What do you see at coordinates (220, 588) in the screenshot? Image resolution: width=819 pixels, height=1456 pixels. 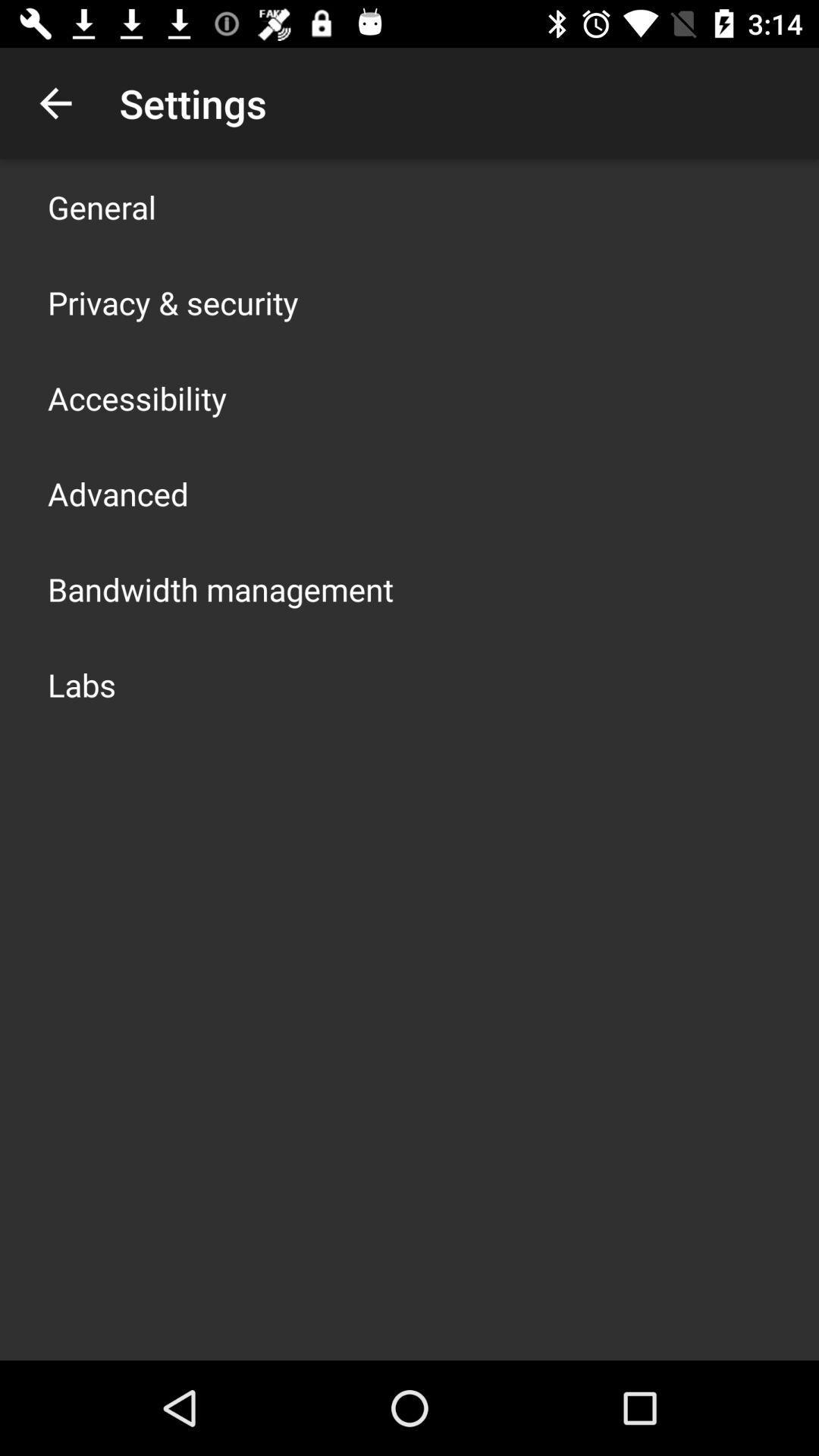 I see `bandwidth management icon` at bounding box center [220, 588].